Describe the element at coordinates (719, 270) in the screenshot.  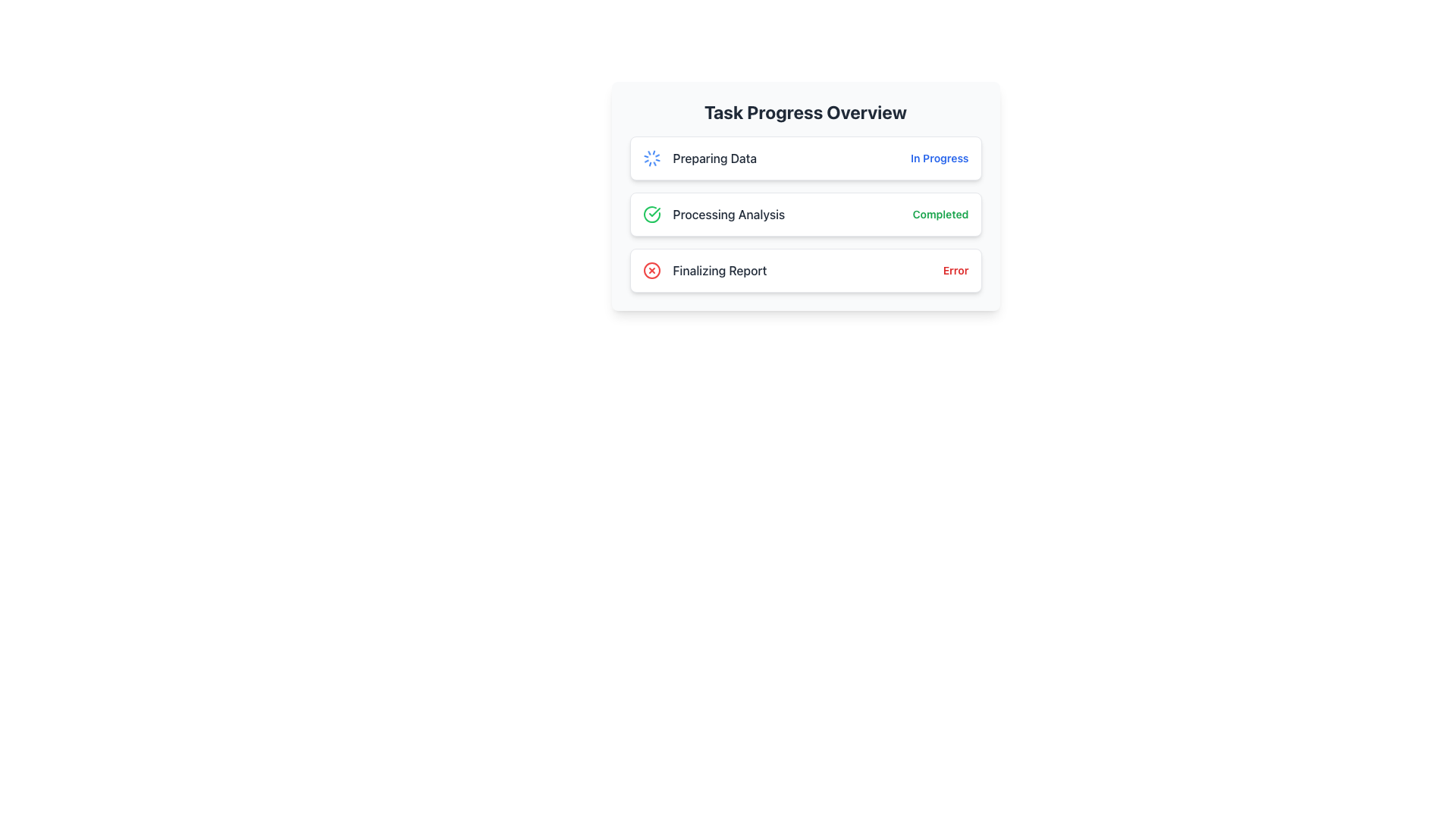
I see `the static text element displaying 'Finalizing Report', which is positioned under the 'Task Progress Overview' heading as the label for the third task in the list` at that location.